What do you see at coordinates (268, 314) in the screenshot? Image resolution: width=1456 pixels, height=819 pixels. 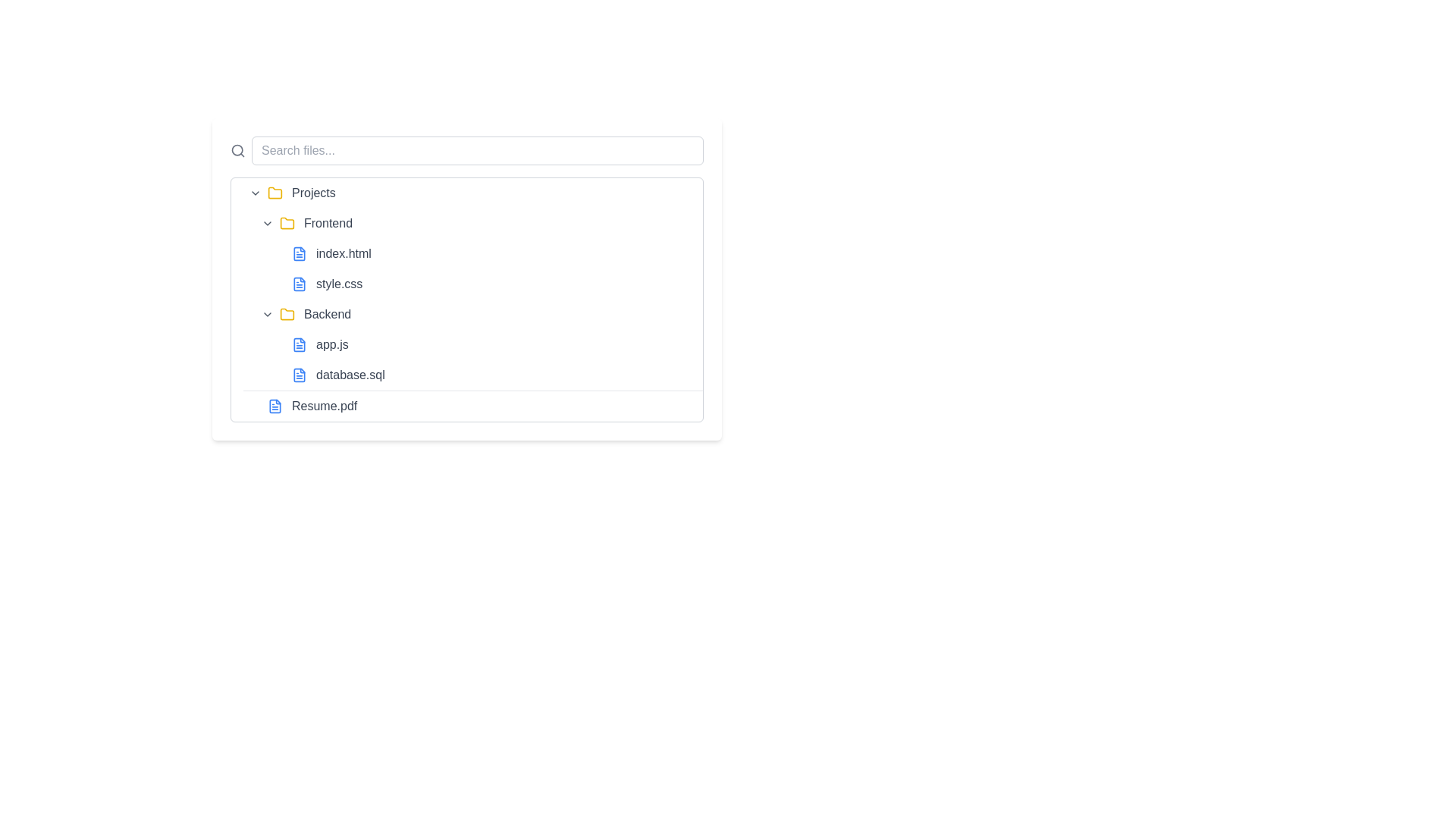 I see `the left-most icon button in the 'Backend' folder directory view` at bounding box center [268, 314].